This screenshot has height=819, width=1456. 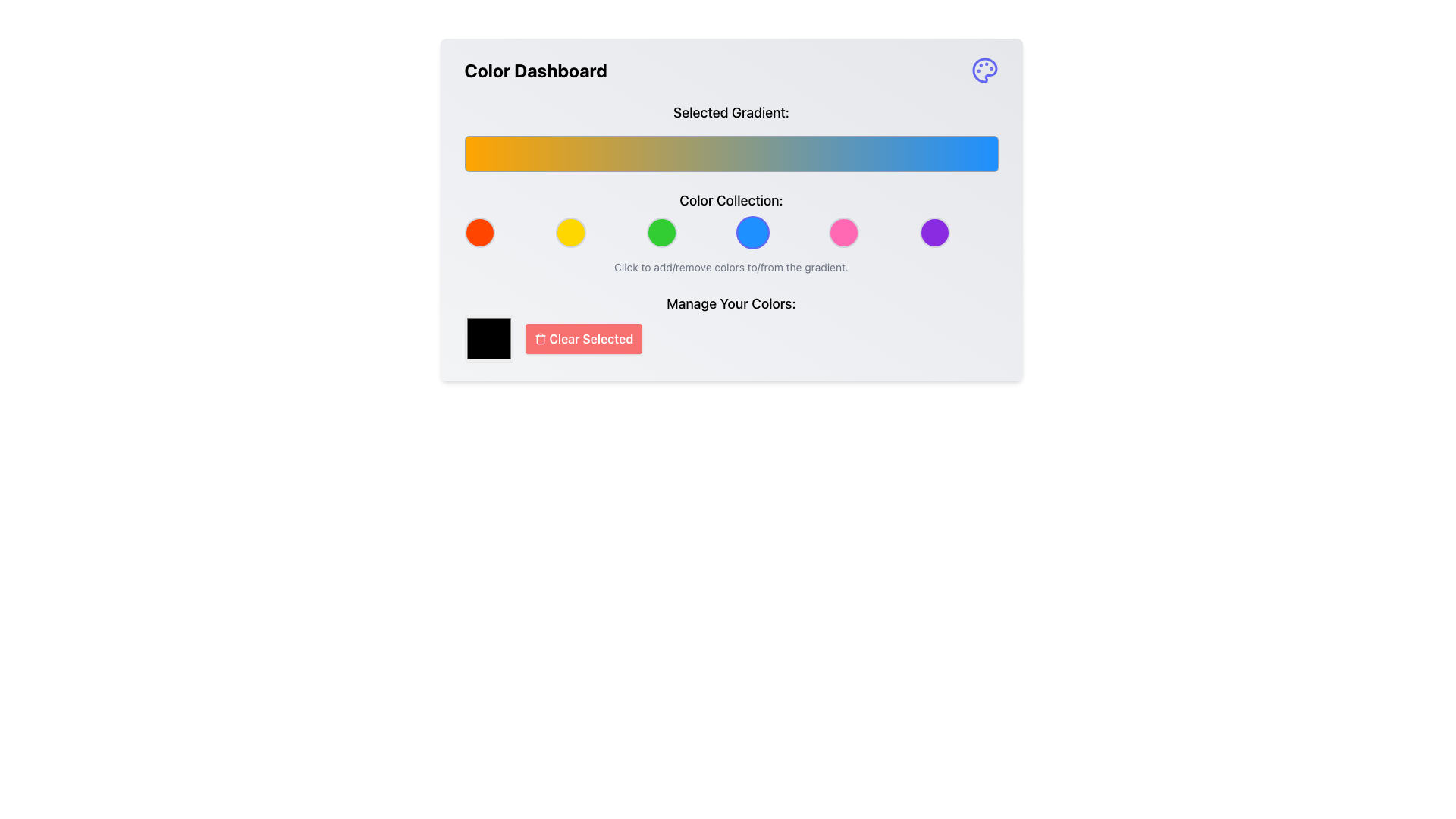 I want to click on the gradient selection, so click(x=629, y=154).